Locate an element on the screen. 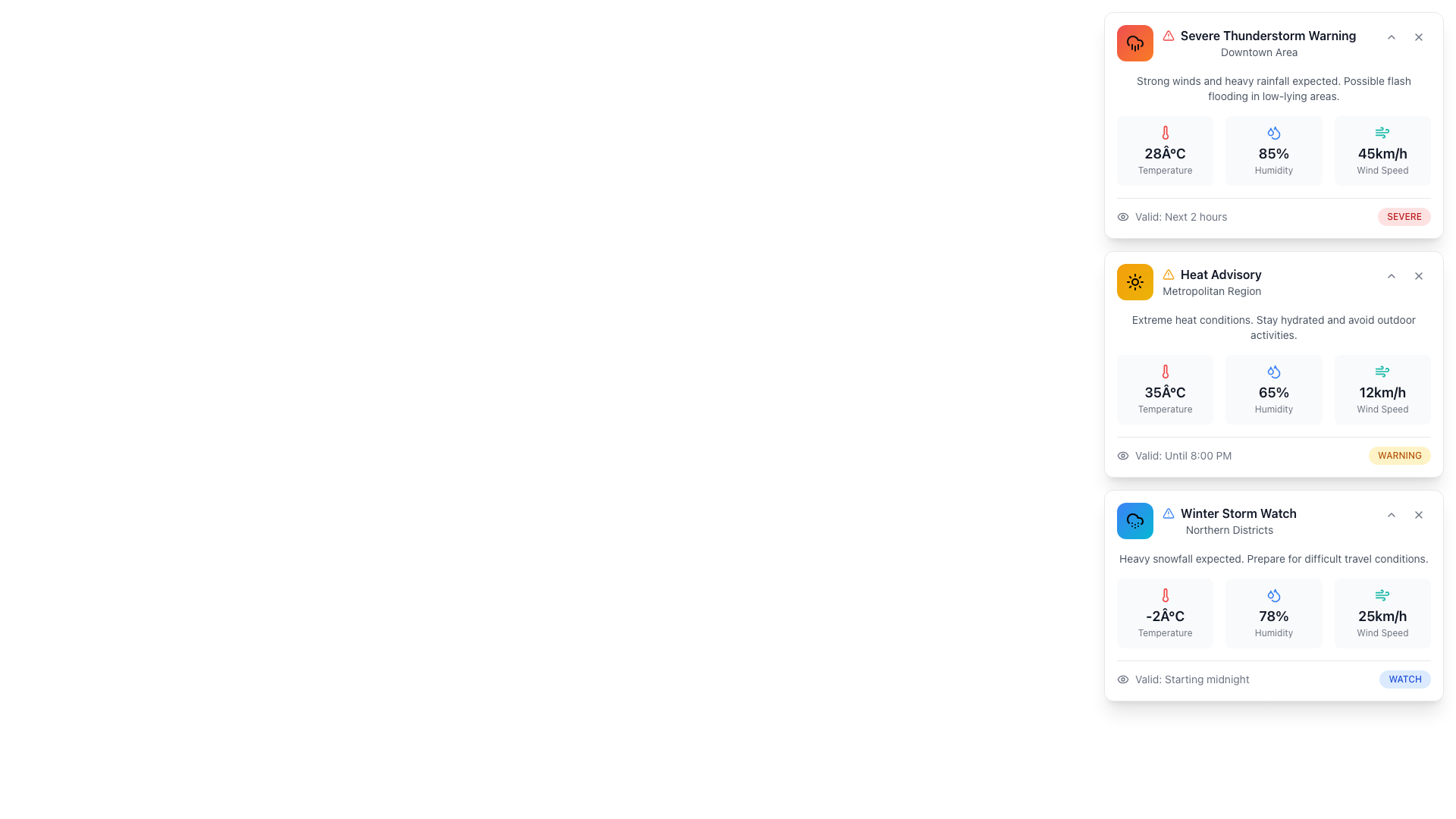 The height and width of the screenshot is (819, 1456). the text label displaying 'Valid: Until 8:00 PM' with a small eye icon, located at the bottom left of the 'Heat Advisory' card, just above the 'WARNING' button is located at coordinates (1173, 455).